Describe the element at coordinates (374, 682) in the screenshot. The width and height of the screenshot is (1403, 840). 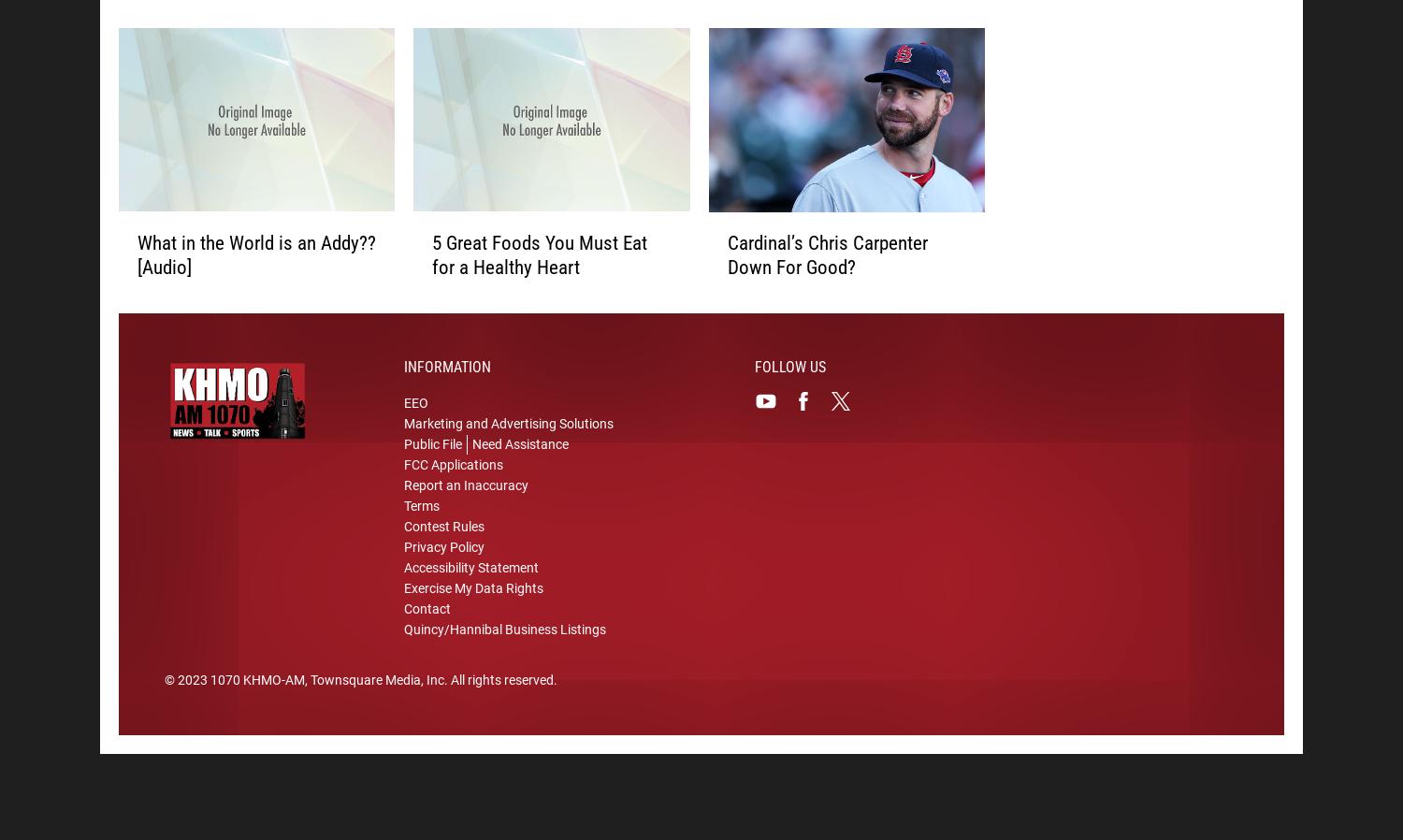
I see `', Townsquare Media, Inc'` at that location.